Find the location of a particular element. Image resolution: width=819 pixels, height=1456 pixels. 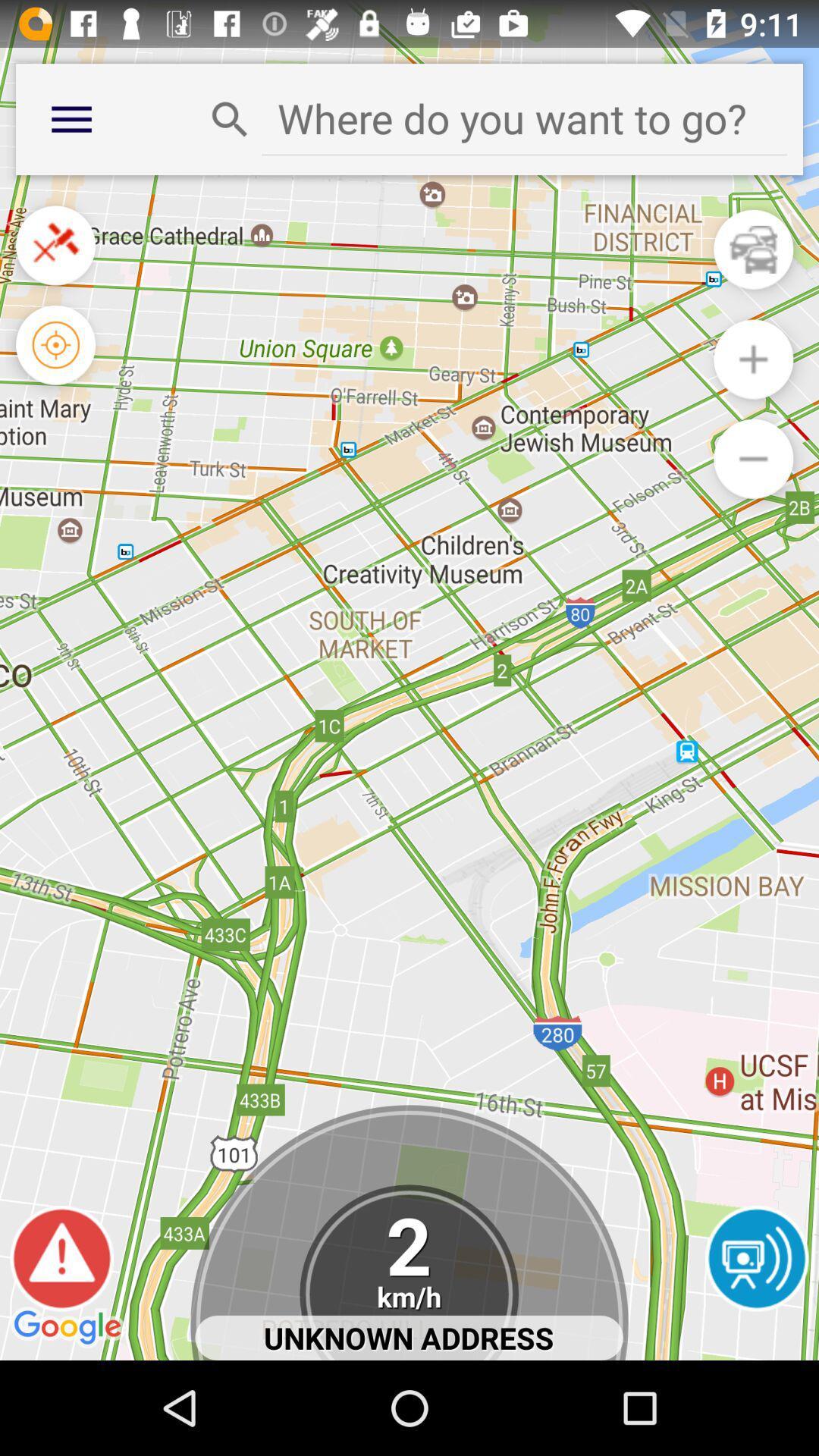

location is located at coordinates (523, 118).